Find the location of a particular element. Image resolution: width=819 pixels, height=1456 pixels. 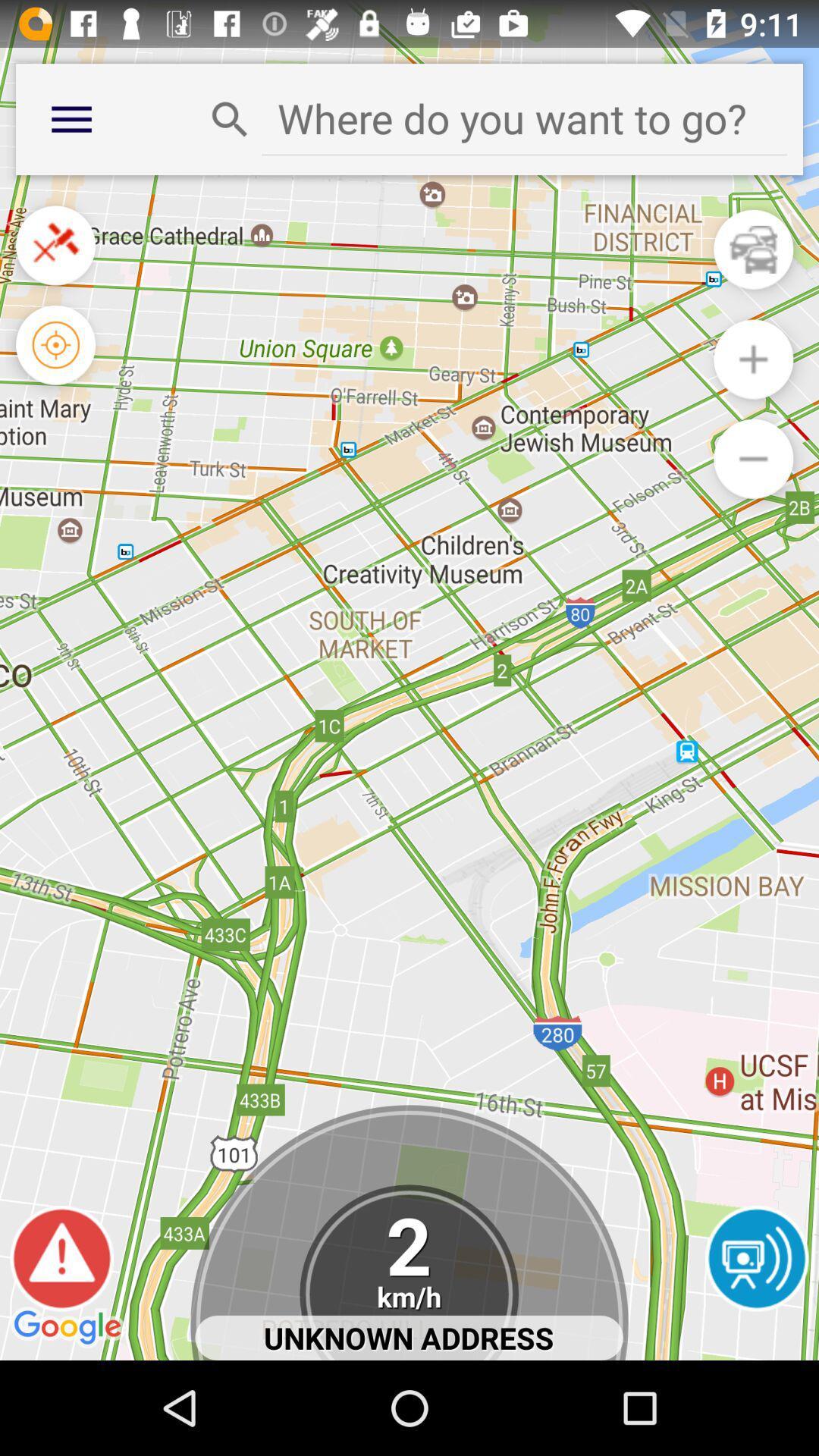

location is located at coordinates (523, 118).